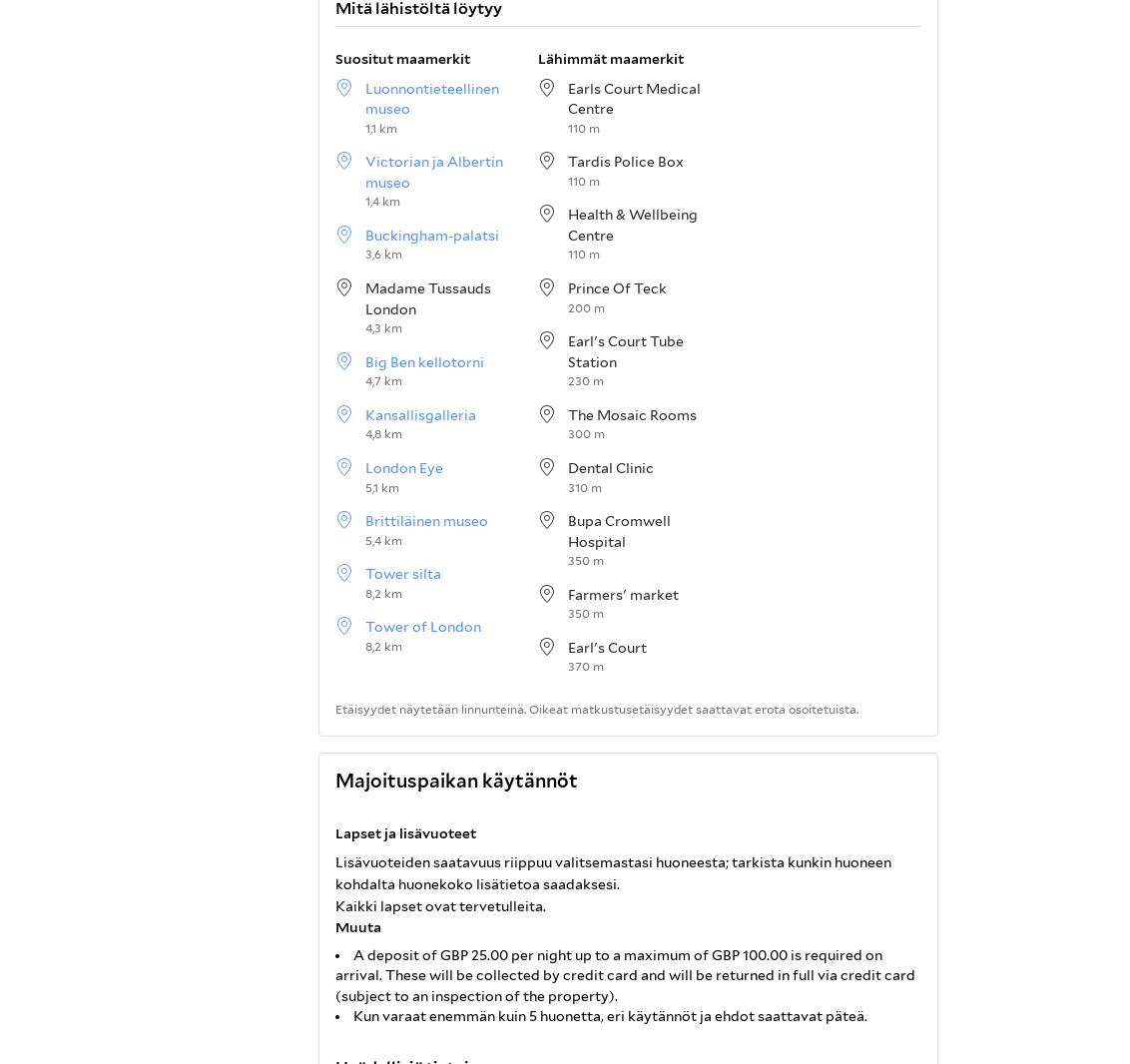 Image resolution: width=1130 pixels, height=1064 pixels. Describe the element at coordinates (381, 433) in the screenshot. I see `'4,8 km'` at that location.